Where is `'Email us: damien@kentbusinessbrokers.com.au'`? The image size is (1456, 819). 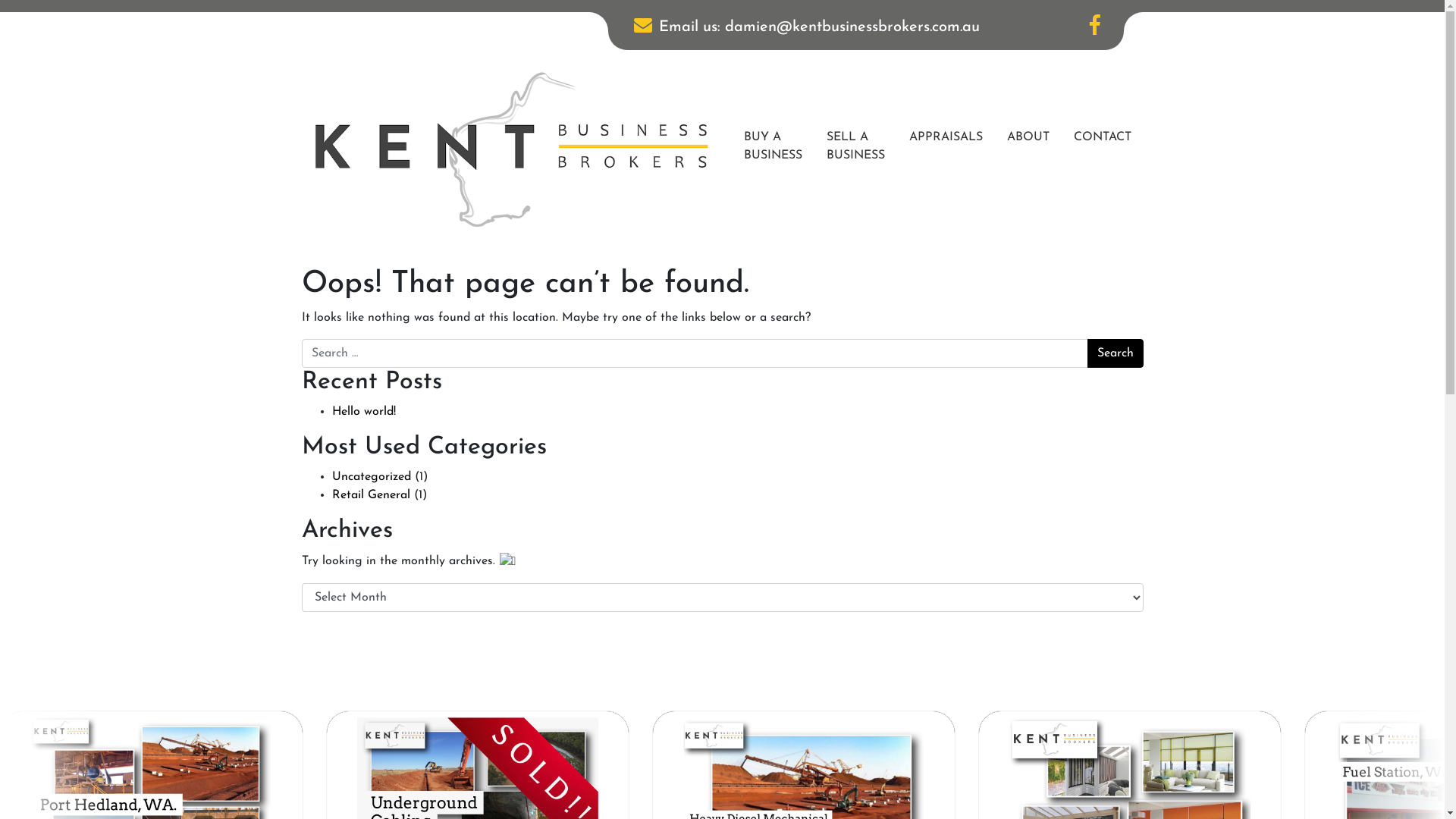 'Email us: damien@kentbusinessbrokers.com.au' is located at coordinates (804, 31).